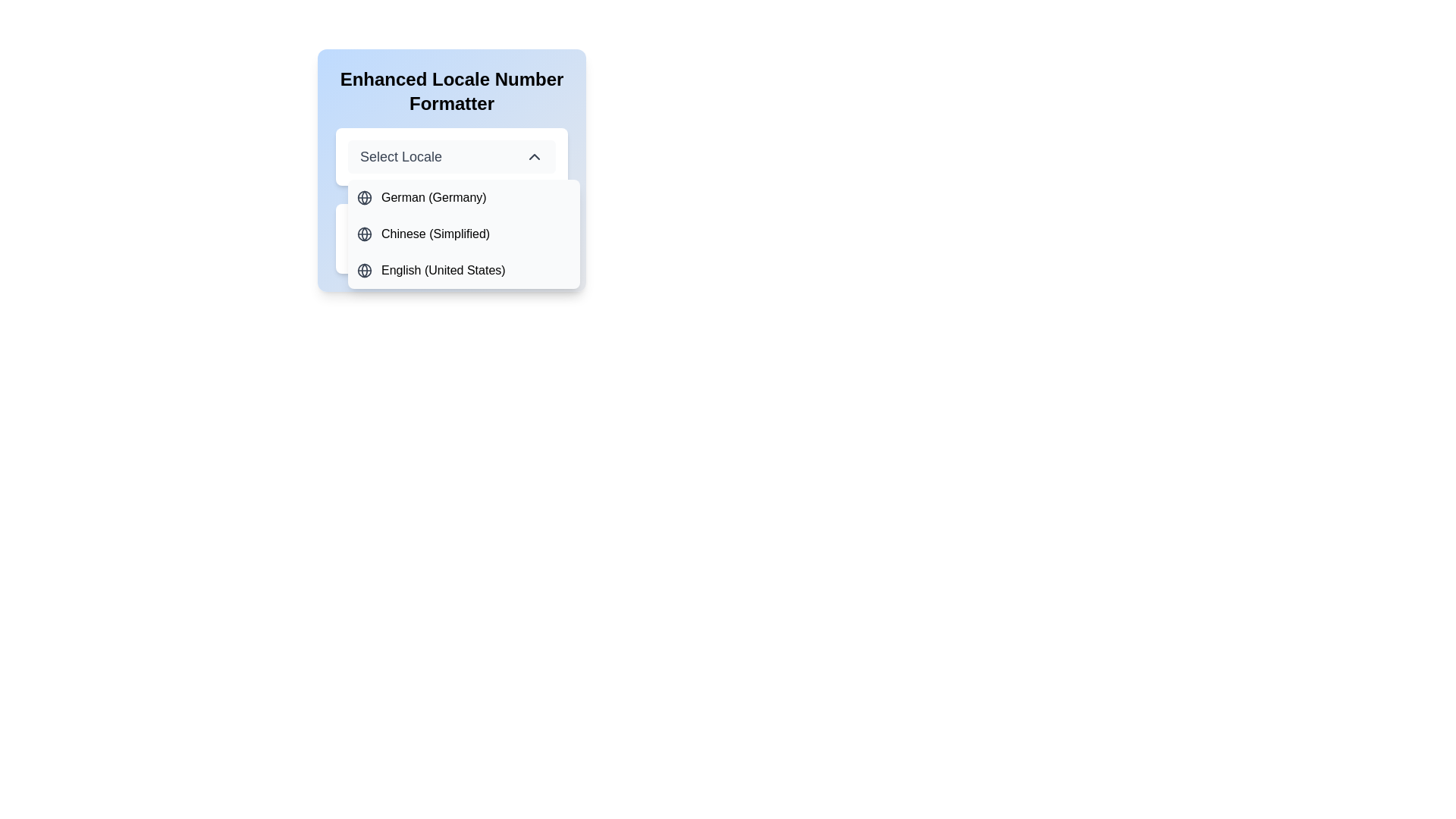 This screenshot has width=1456, height=819. What do you see at coordinates (450, 239) in the screenshot?
I see `the Text display box that shows 'Value in the Selected Locale:' and the numerical value '1,450.45'` at bounding box center [450, 239].